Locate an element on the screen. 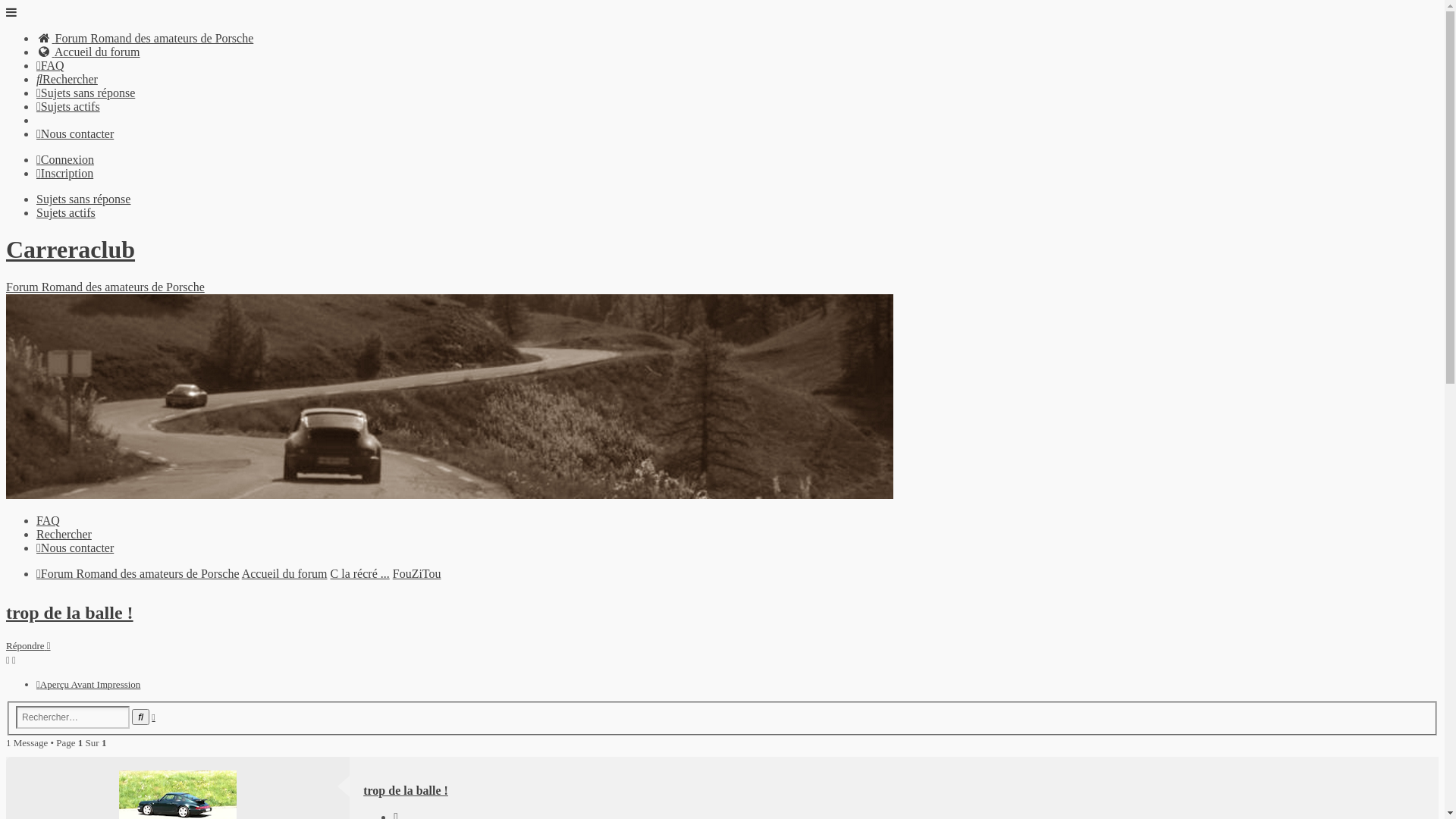  'Rechercher' is located at coordinates (66, 79).